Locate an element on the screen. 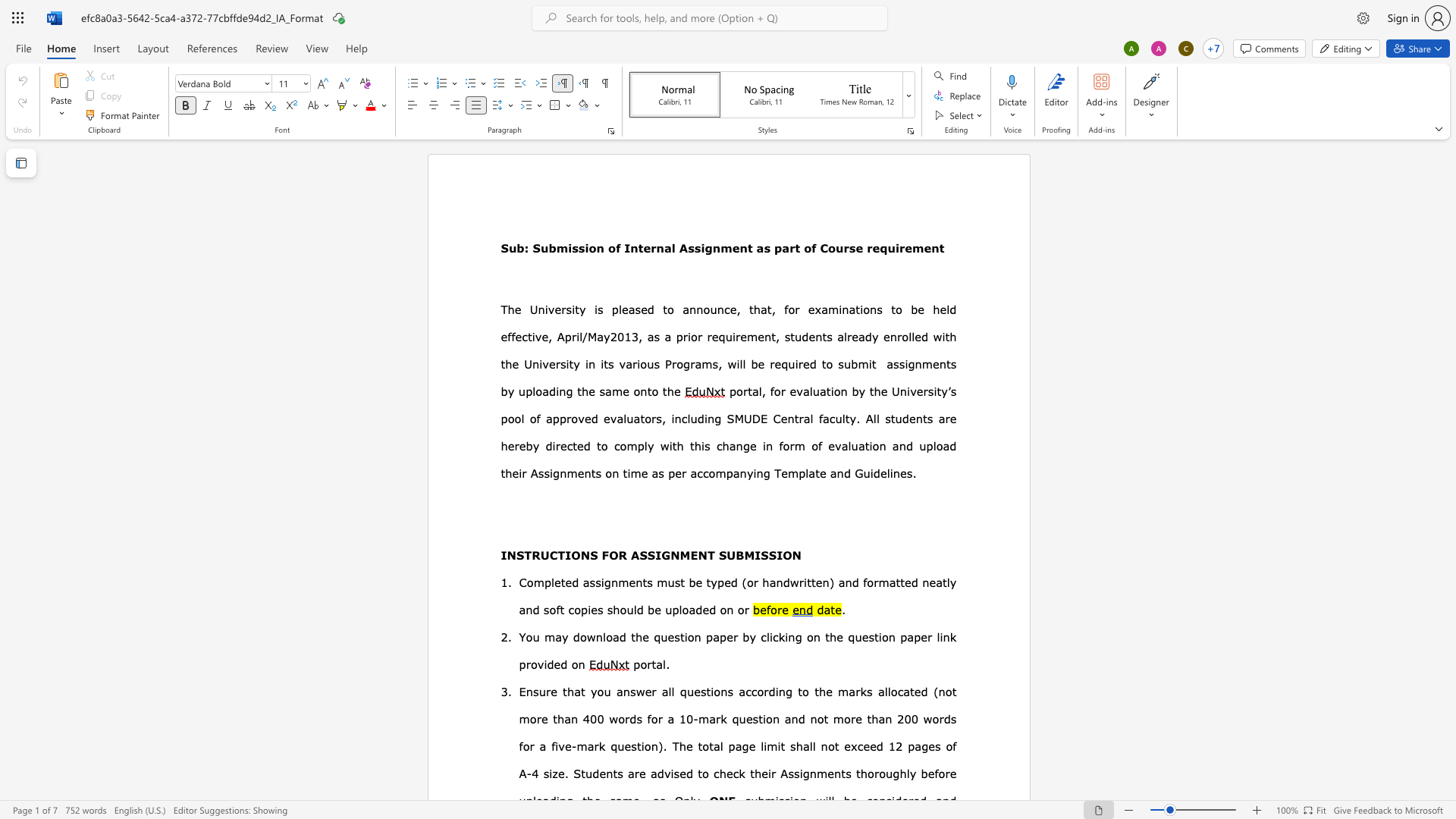 The width and height of the screenshot is (1456, 819). the space between the continuous character "(" and "o" in the text is located at coordinates (747, 581).